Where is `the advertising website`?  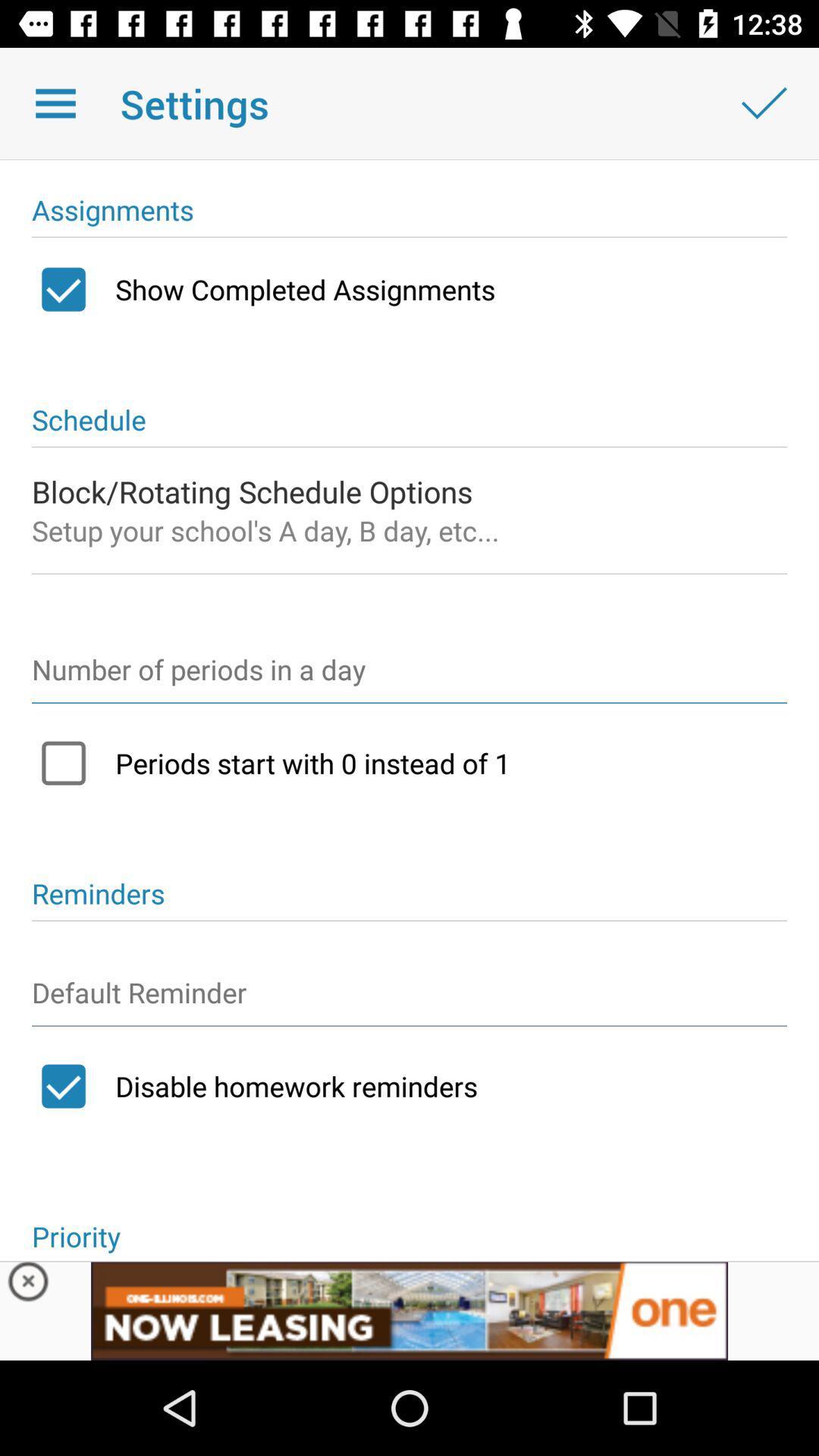
the advertising website is located at coordinates (409, 1310).